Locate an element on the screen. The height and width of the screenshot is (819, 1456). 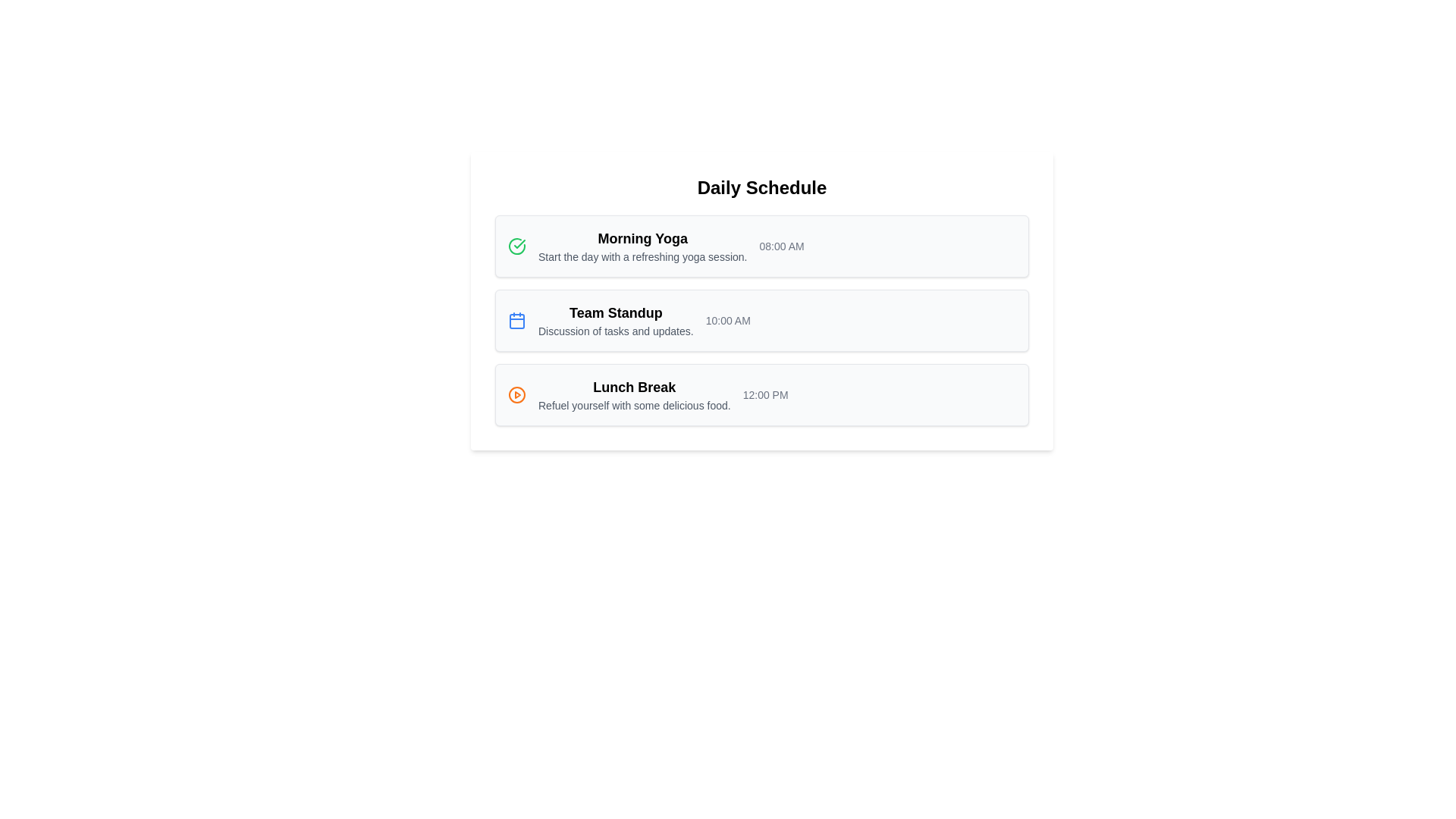
the green checkmark icon located within the first card of the daily schedule, to the left of the text 'Morning Yoga' is located at coordinates (519, 243).